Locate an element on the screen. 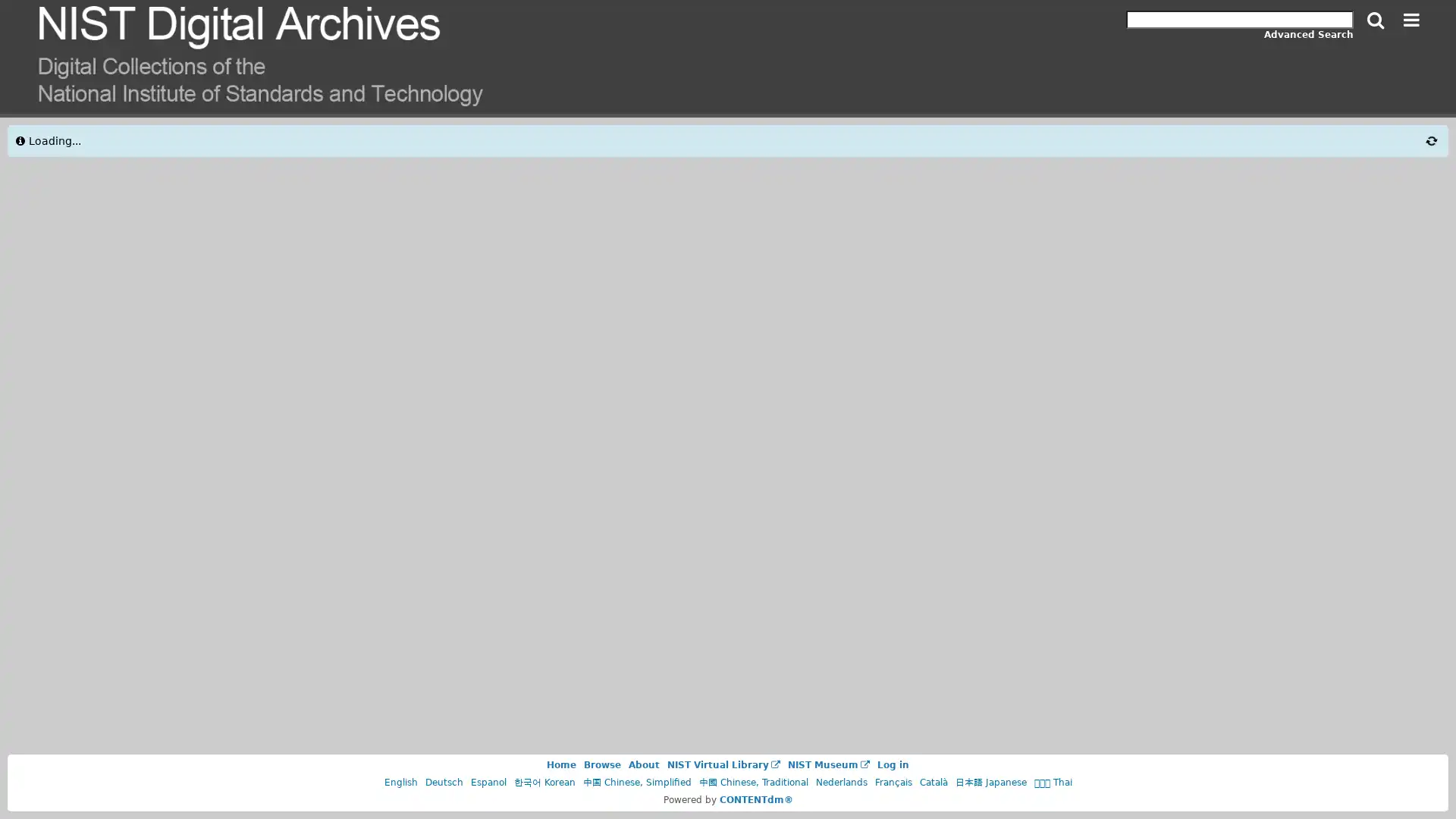  Page 200 is located at coordinates (961, 186).